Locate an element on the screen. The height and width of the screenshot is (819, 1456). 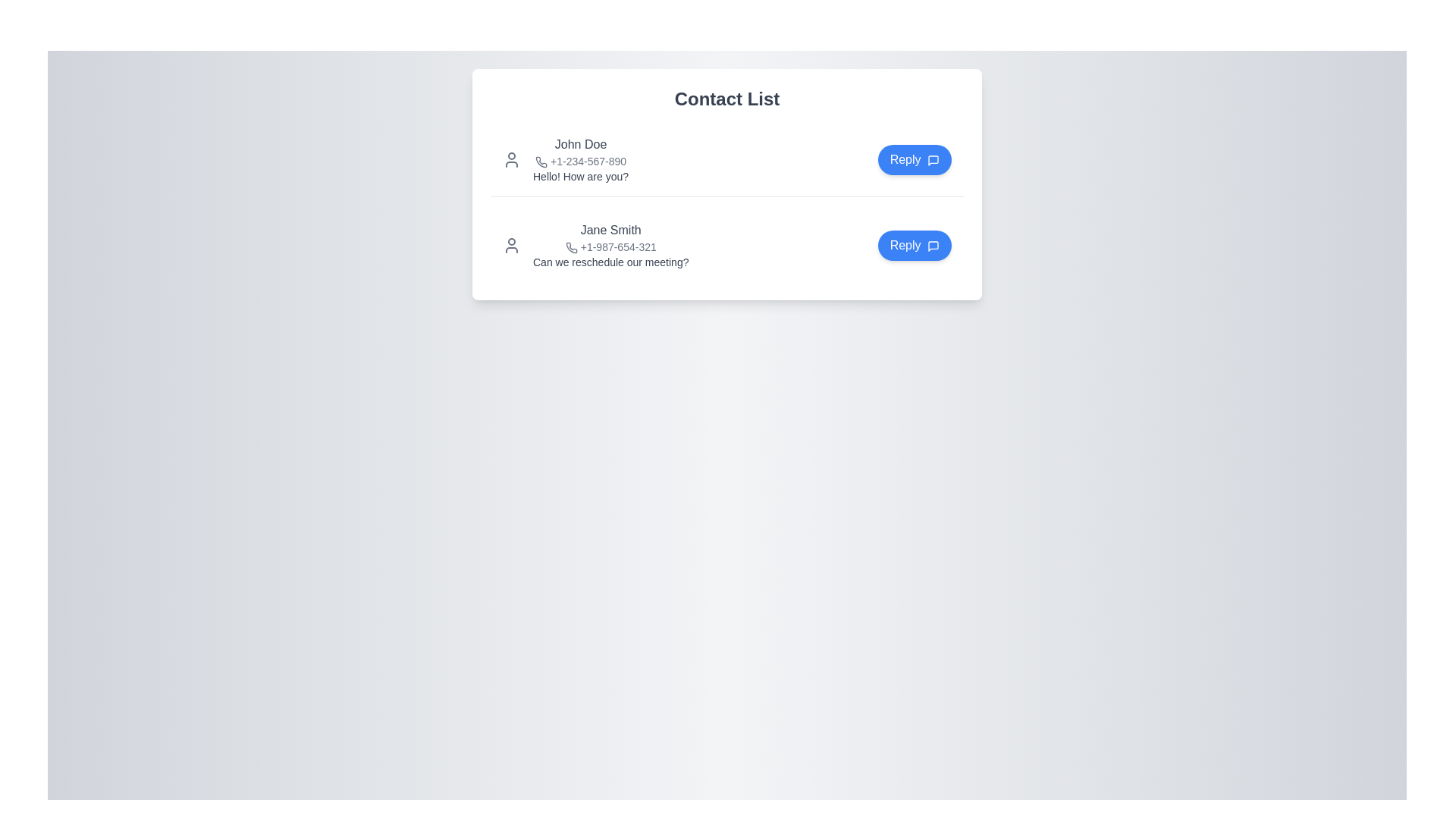
the reply button located in the top-right corner of the first user entry in the 'Contact List' card to reply to the associated message is located at coordinates (913, 160).